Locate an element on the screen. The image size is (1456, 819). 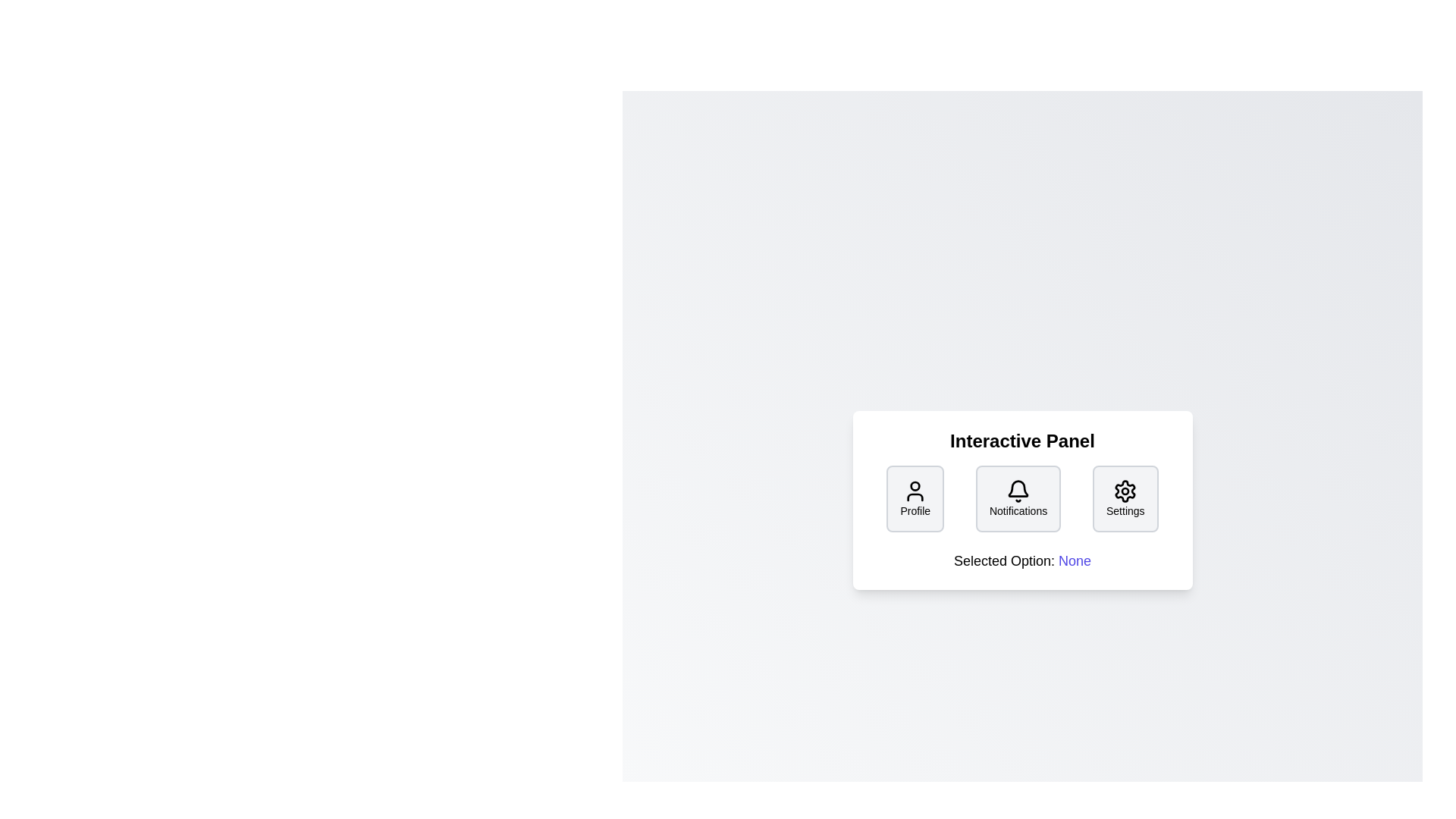
the 'Settings' button to select it is located at coordinates (1125, 499).